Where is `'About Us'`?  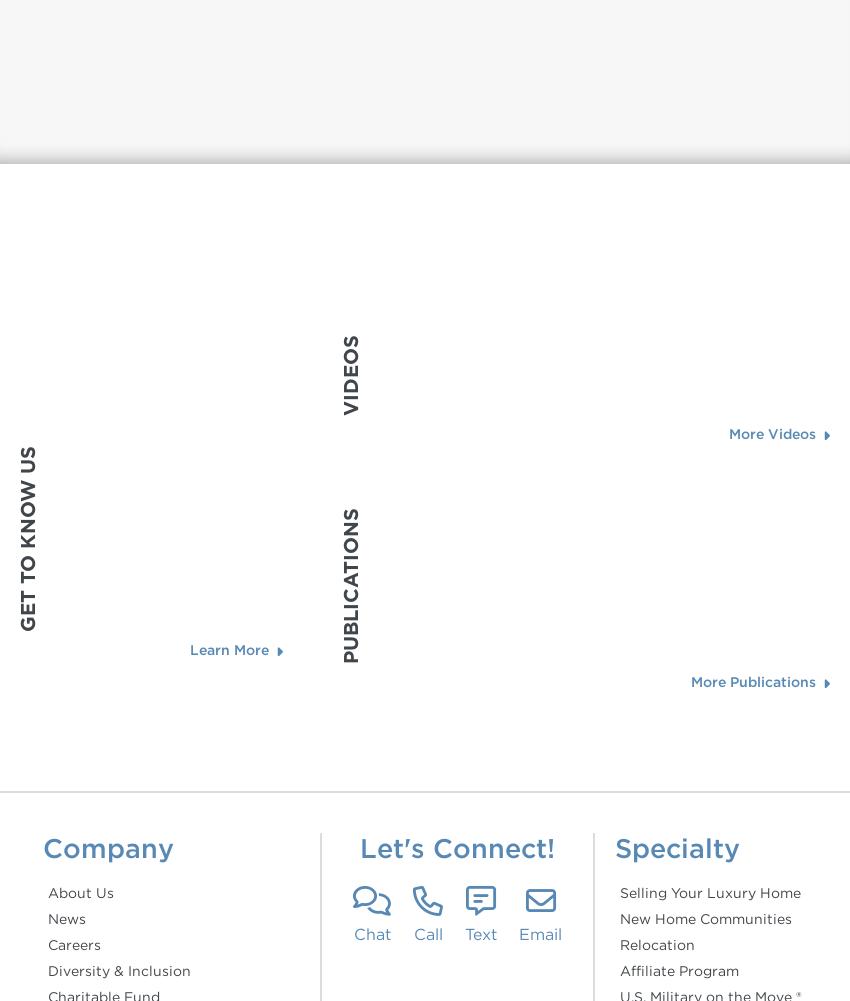
'About Us' is located at coordinates (81, 891).